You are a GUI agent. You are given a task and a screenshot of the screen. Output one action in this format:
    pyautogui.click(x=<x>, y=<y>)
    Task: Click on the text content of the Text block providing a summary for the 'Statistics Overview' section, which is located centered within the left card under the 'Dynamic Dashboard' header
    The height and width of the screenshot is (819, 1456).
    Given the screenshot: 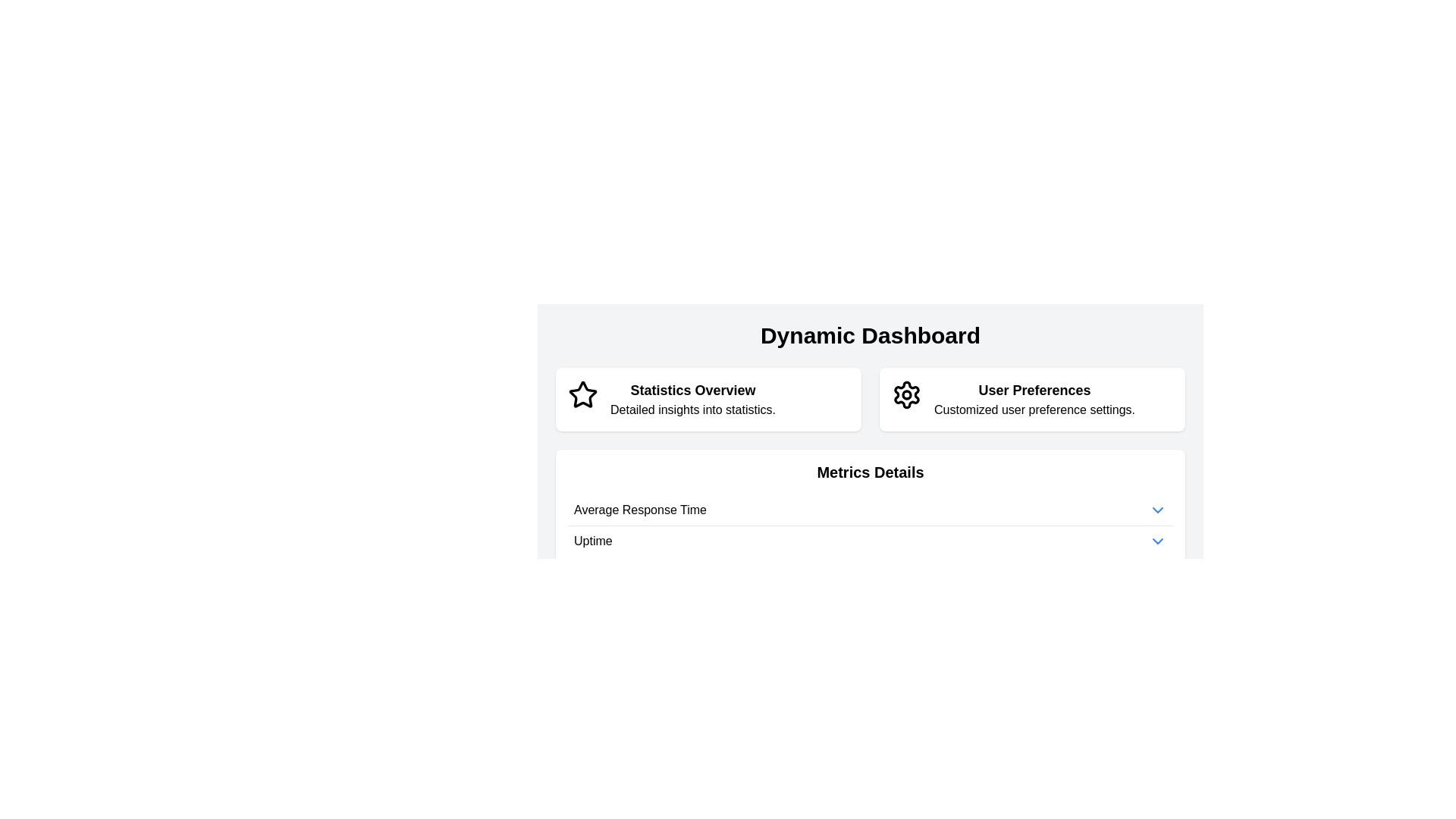 What is the action you would take?
    pyautogui.click(x=692, y=399)
    